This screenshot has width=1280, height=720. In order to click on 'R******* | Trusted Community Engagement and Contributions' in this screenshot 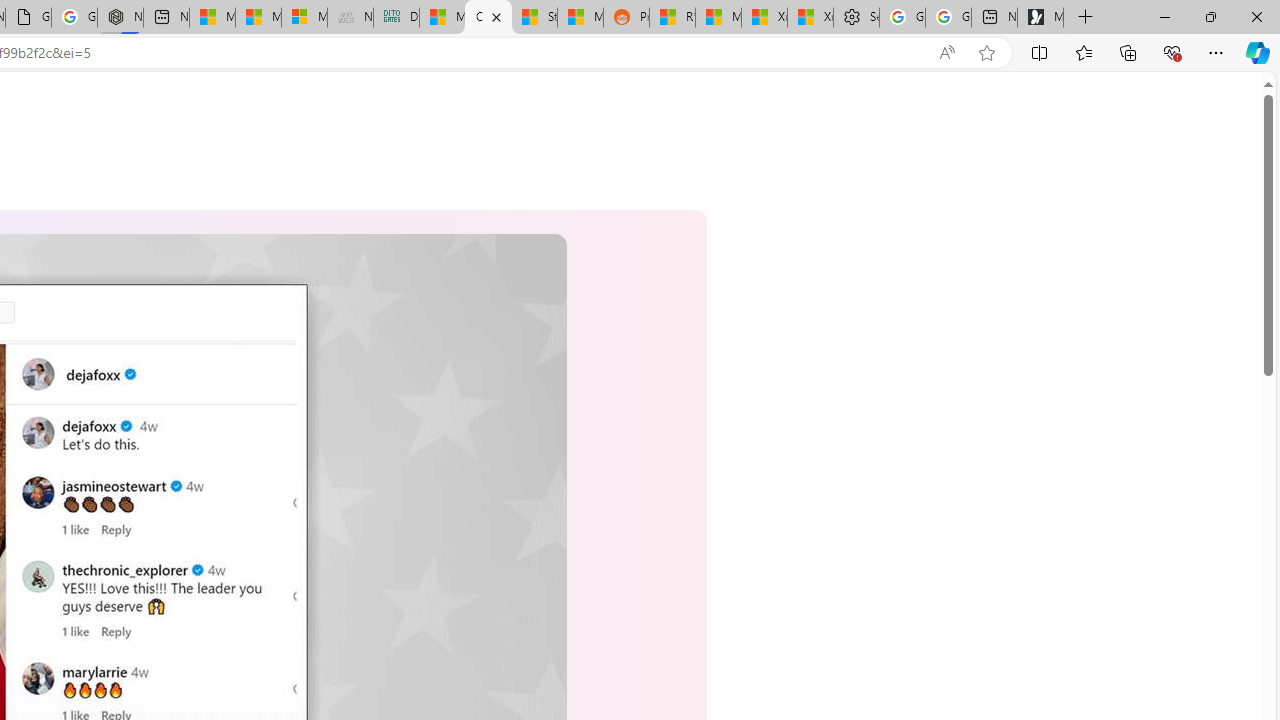, I will do `click(672, 17)`.